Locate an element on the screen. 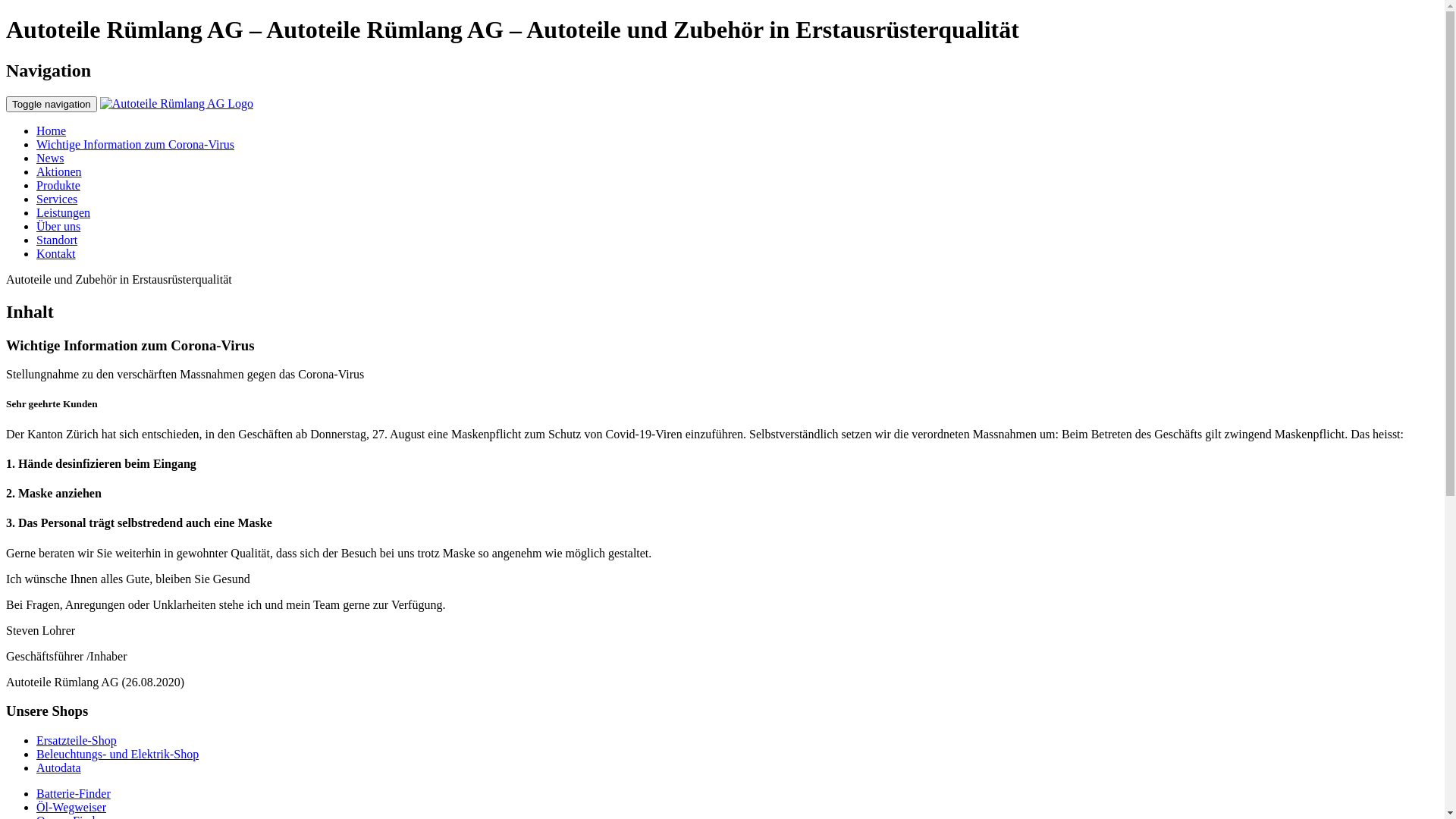  'Standort' is located at coordinates (57, 239).